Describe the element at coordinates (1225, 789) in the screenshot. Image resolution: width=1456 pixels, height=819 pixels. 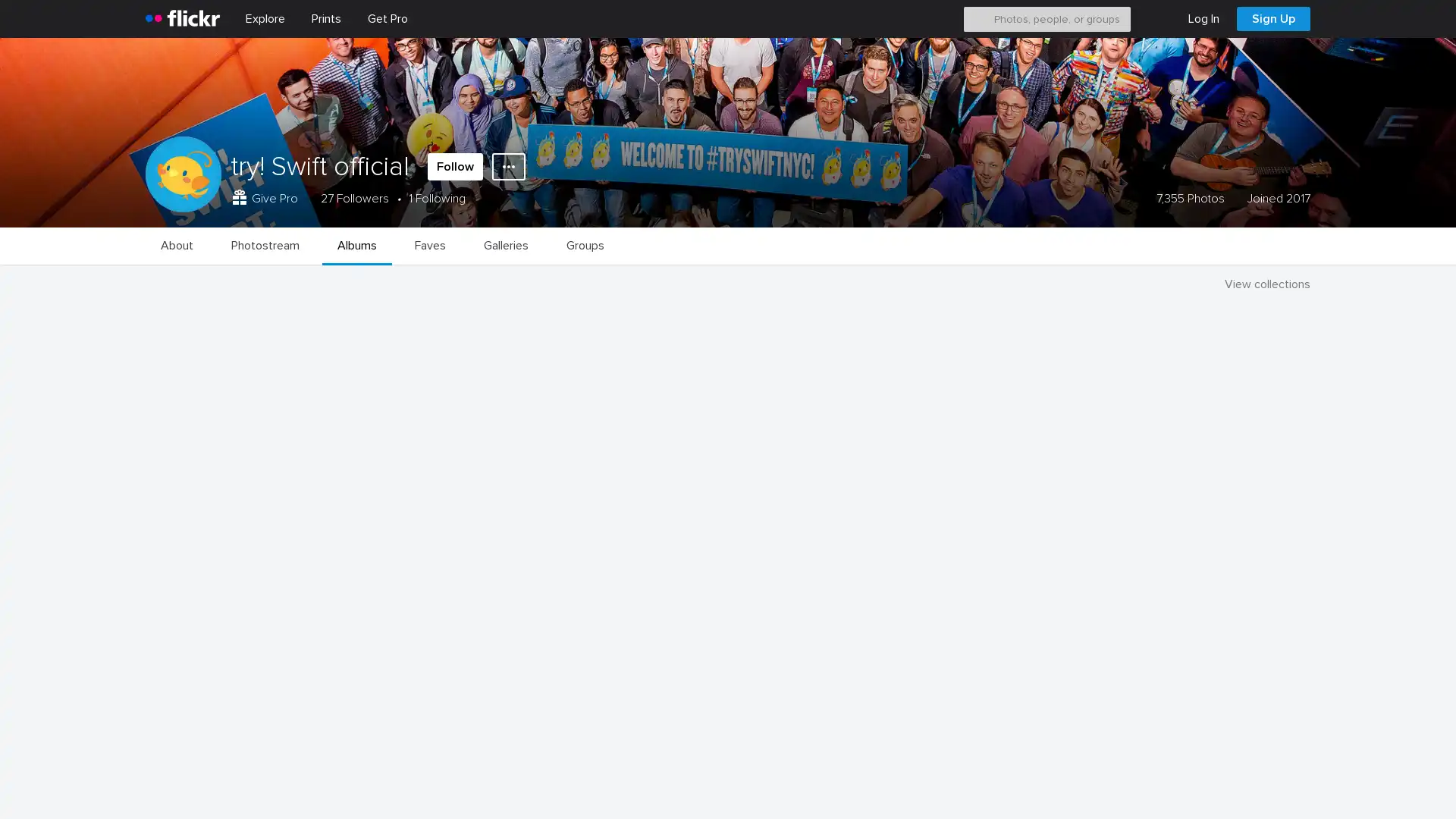
I see `Opt-out` at that location.